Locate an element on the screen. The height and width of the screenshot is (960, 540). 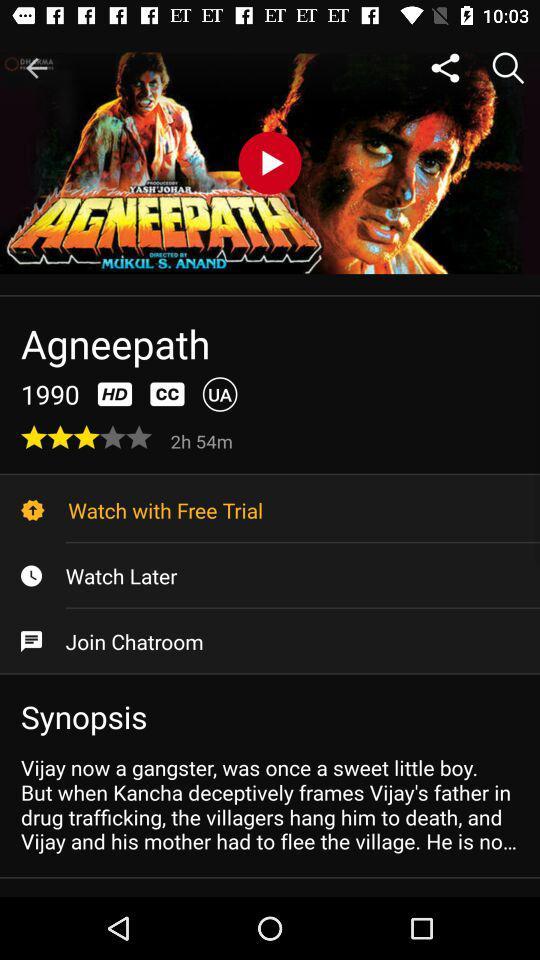
vijay now a icon is located at coordinates (270, 804).